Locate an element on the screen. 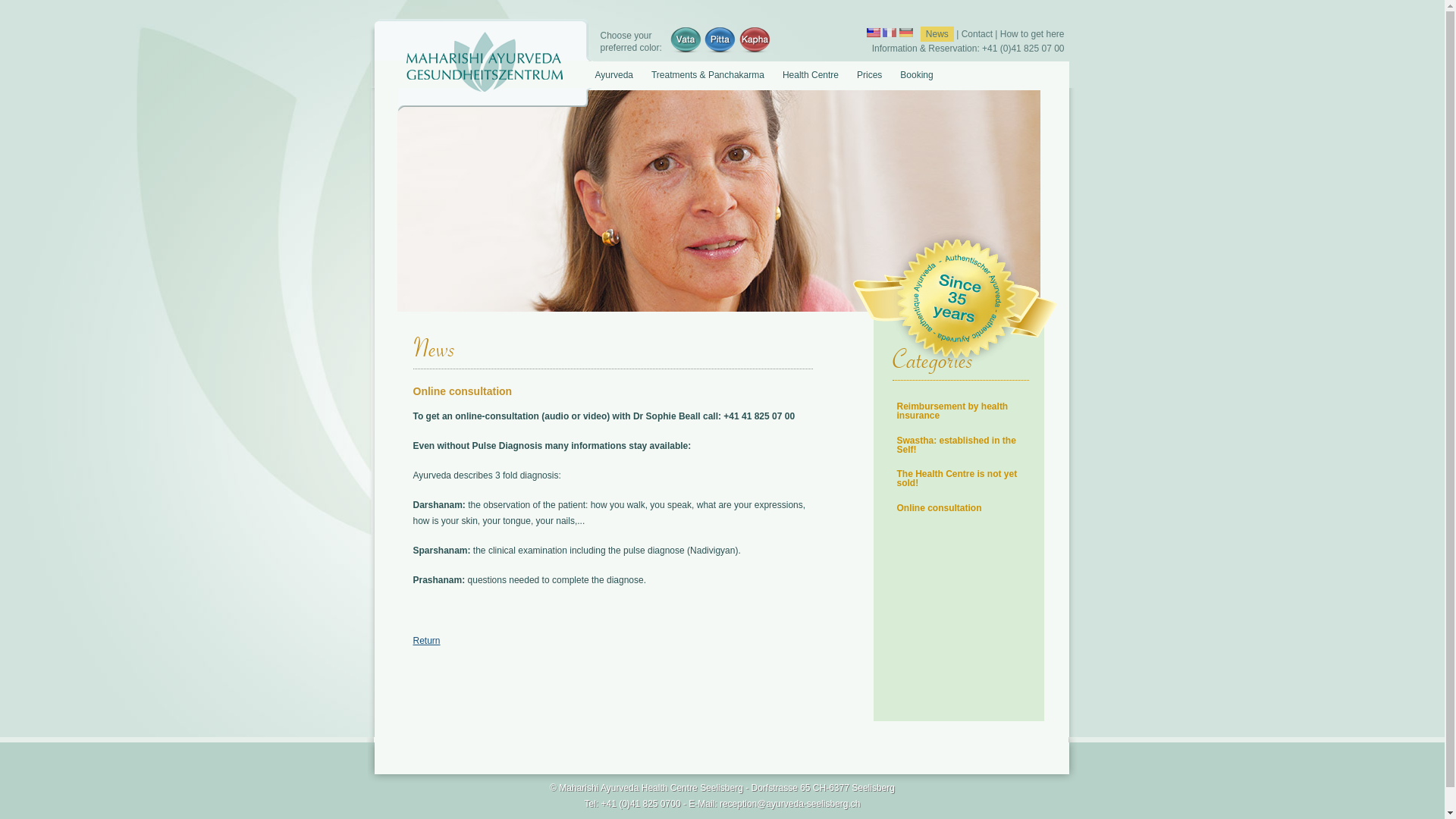  'News' is located at coordinates (937, 34).